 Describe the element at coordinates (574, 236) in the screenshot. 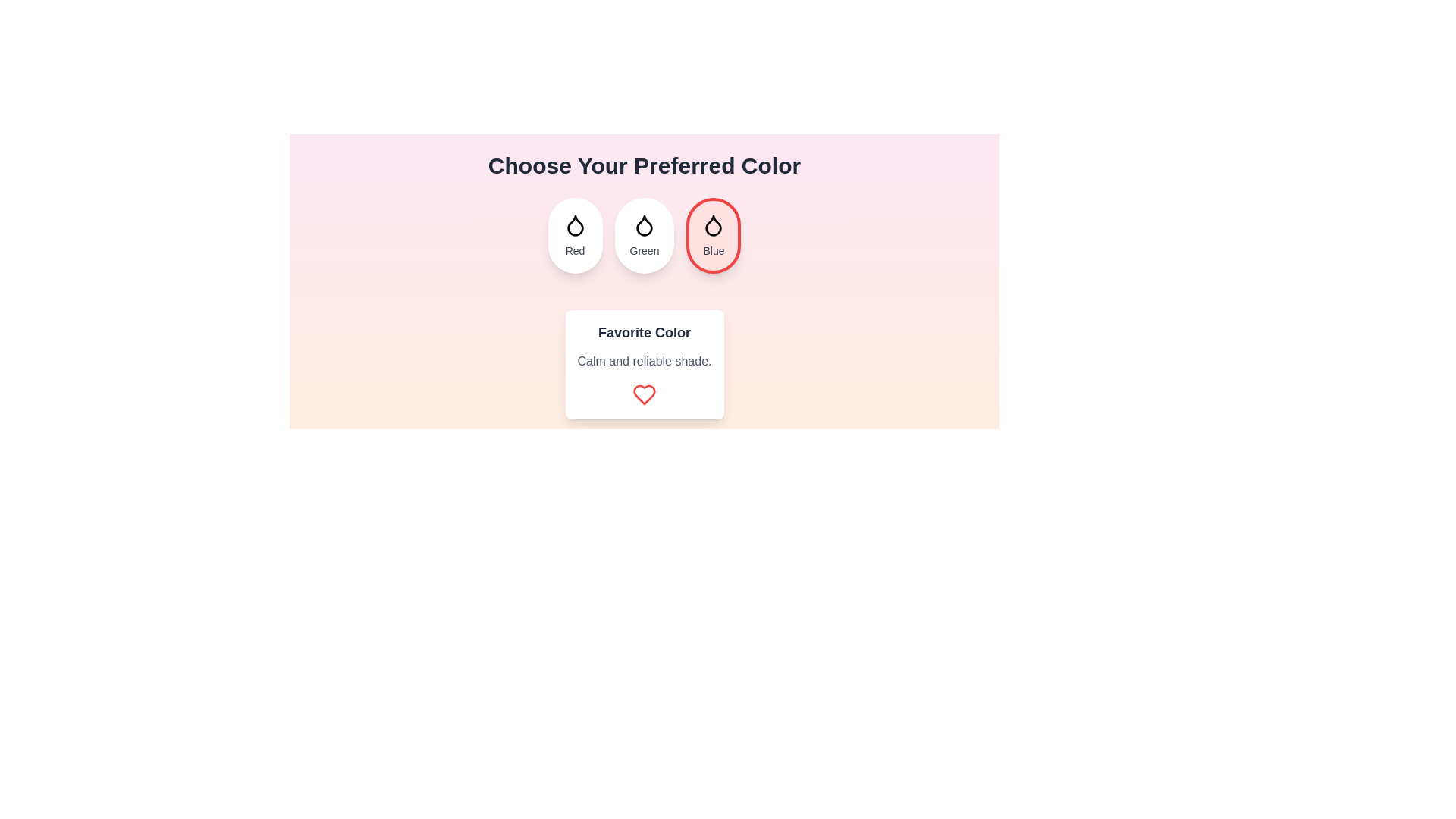

I see `the color Red by clicking on its button` at that location.